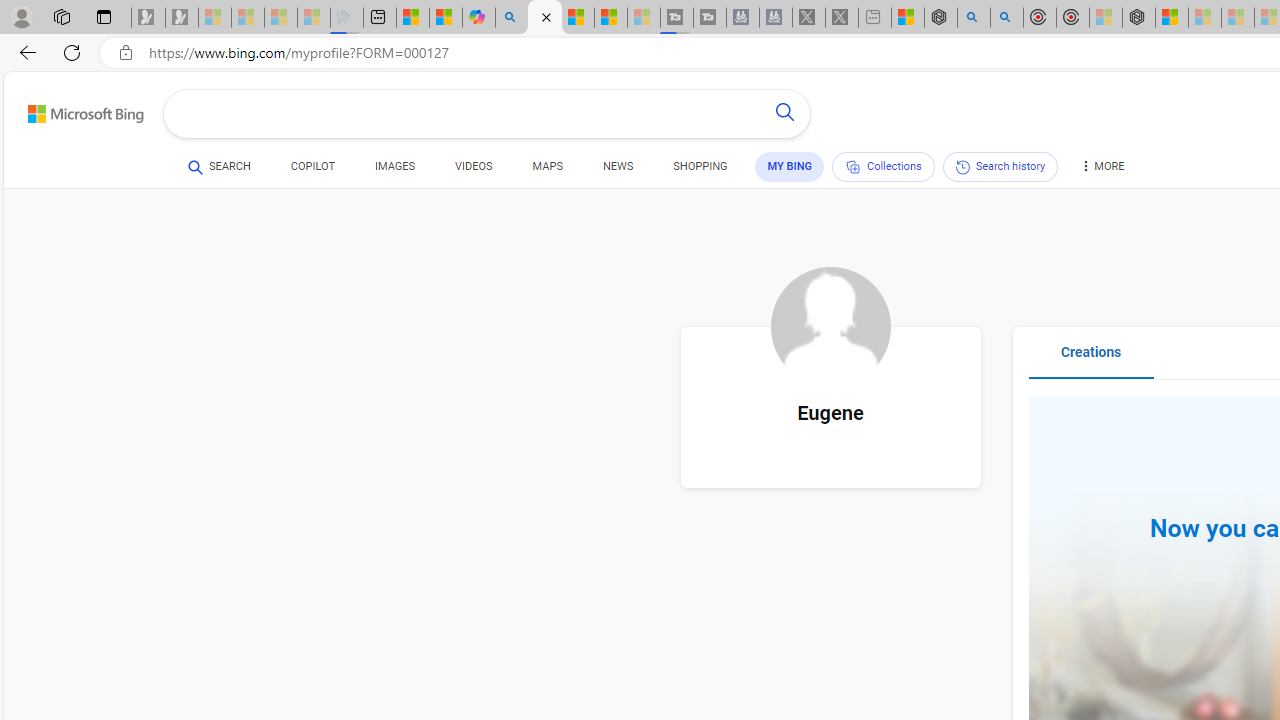  I want to click on 'COPILOT', so click(311, 168).